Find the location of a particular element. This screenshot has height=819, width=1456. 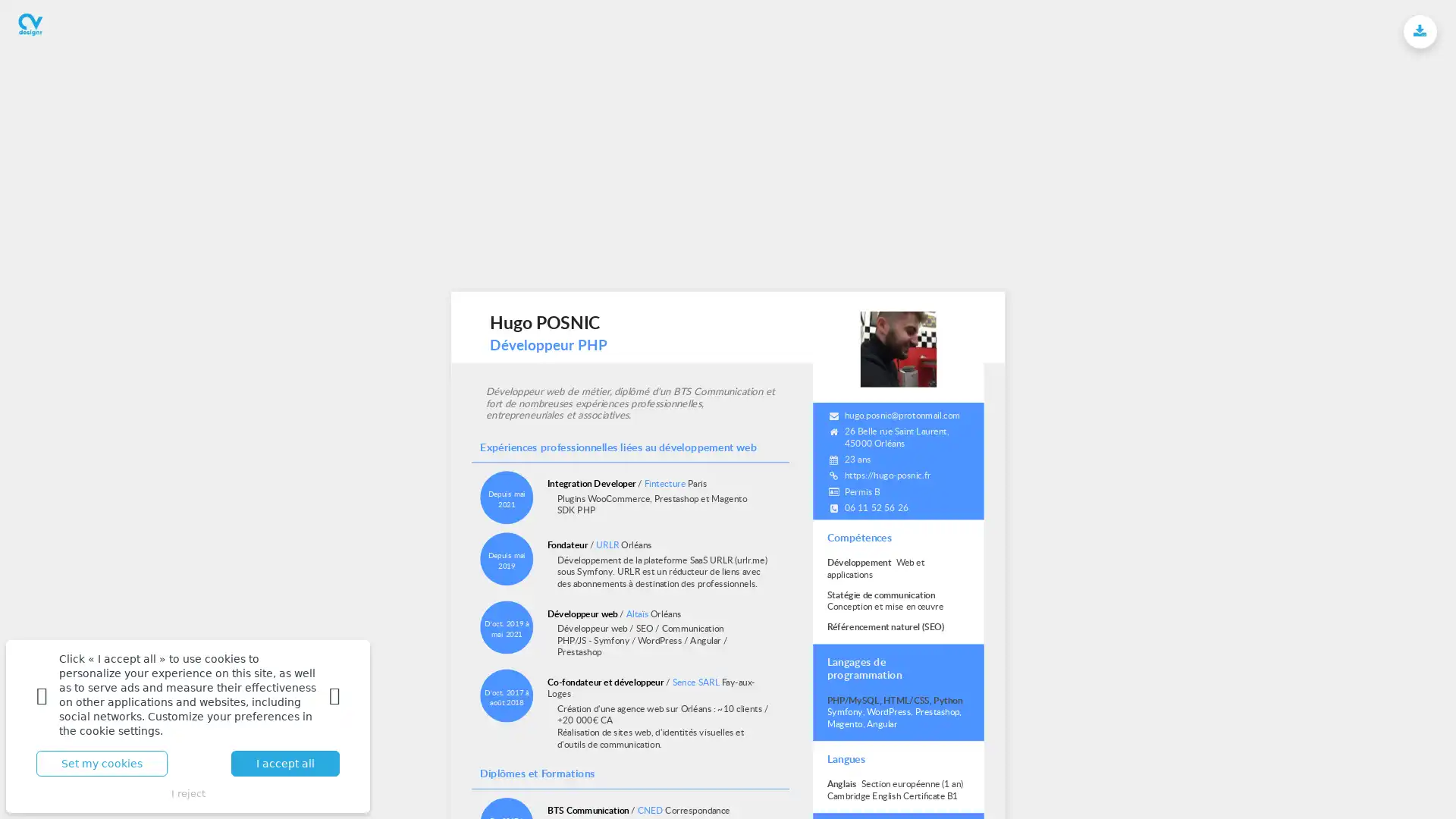

Set my cookies is located at coordinates (101, 763).